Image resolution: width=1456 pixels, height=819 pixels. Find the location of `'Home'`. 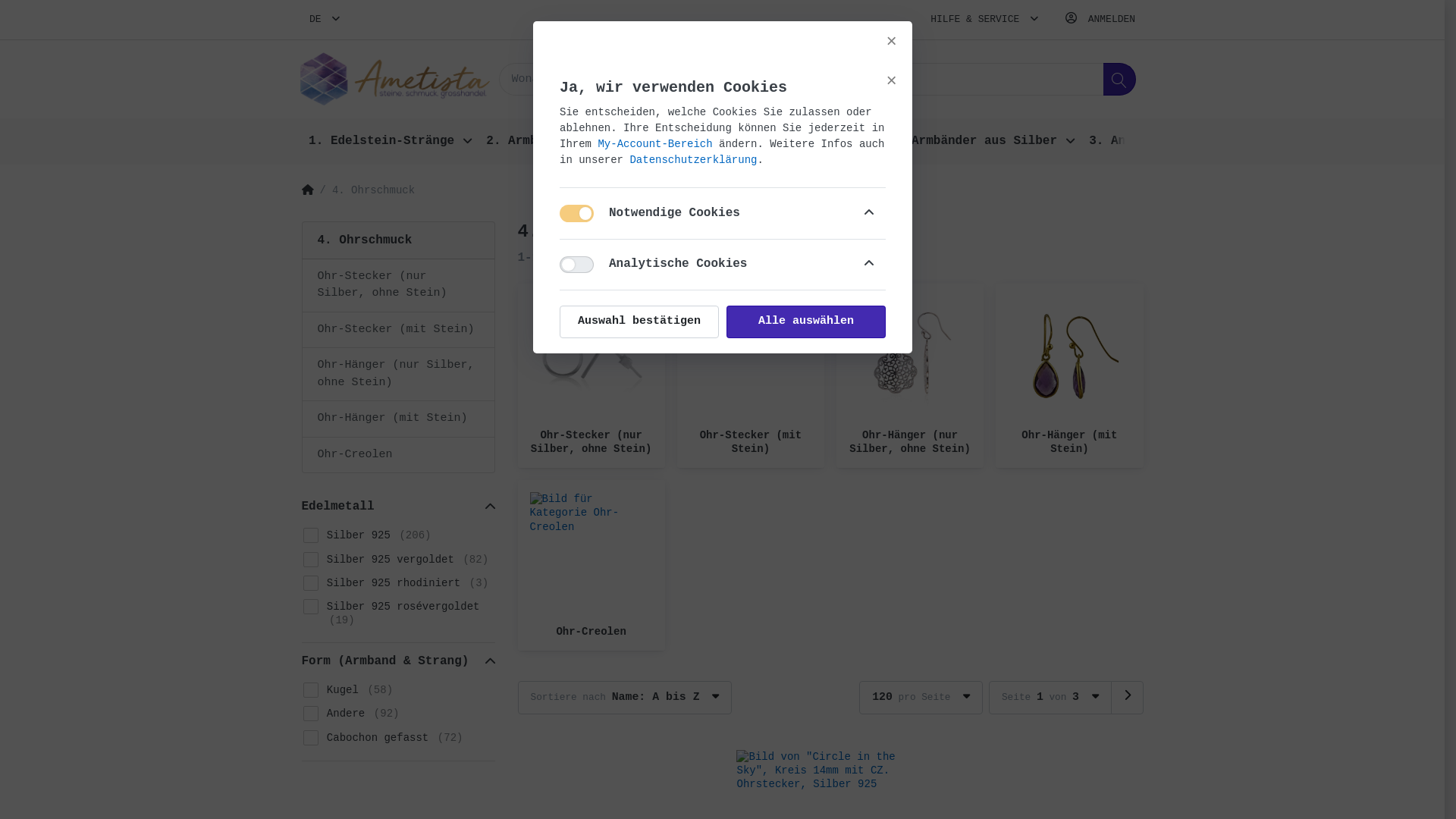

'Home' is located at coordinates (307, 190).